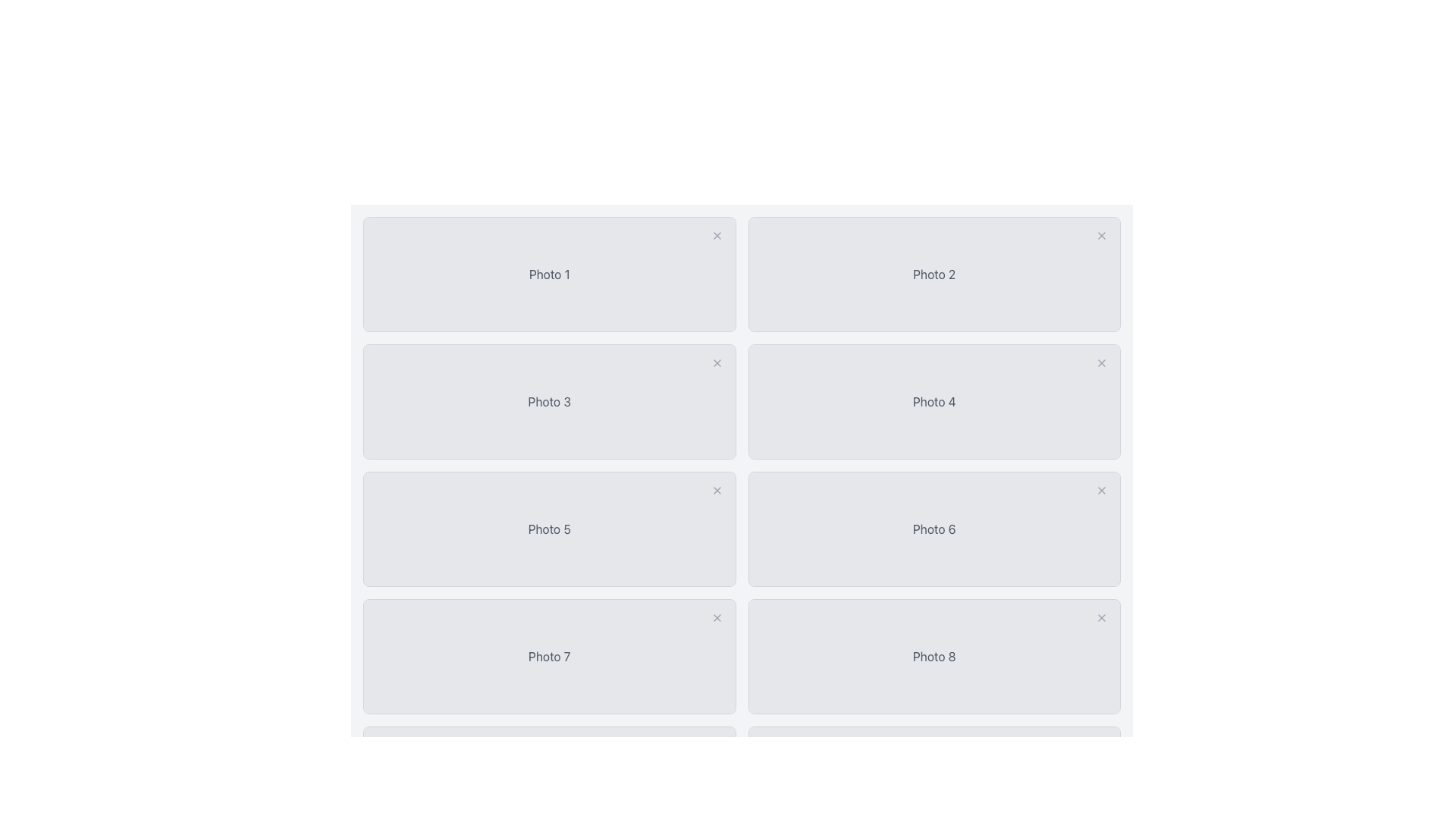 This screenshot has width=1456, height=819. I want to click on the close or delete button for the 'Photo 7' item, so click(716, 617).